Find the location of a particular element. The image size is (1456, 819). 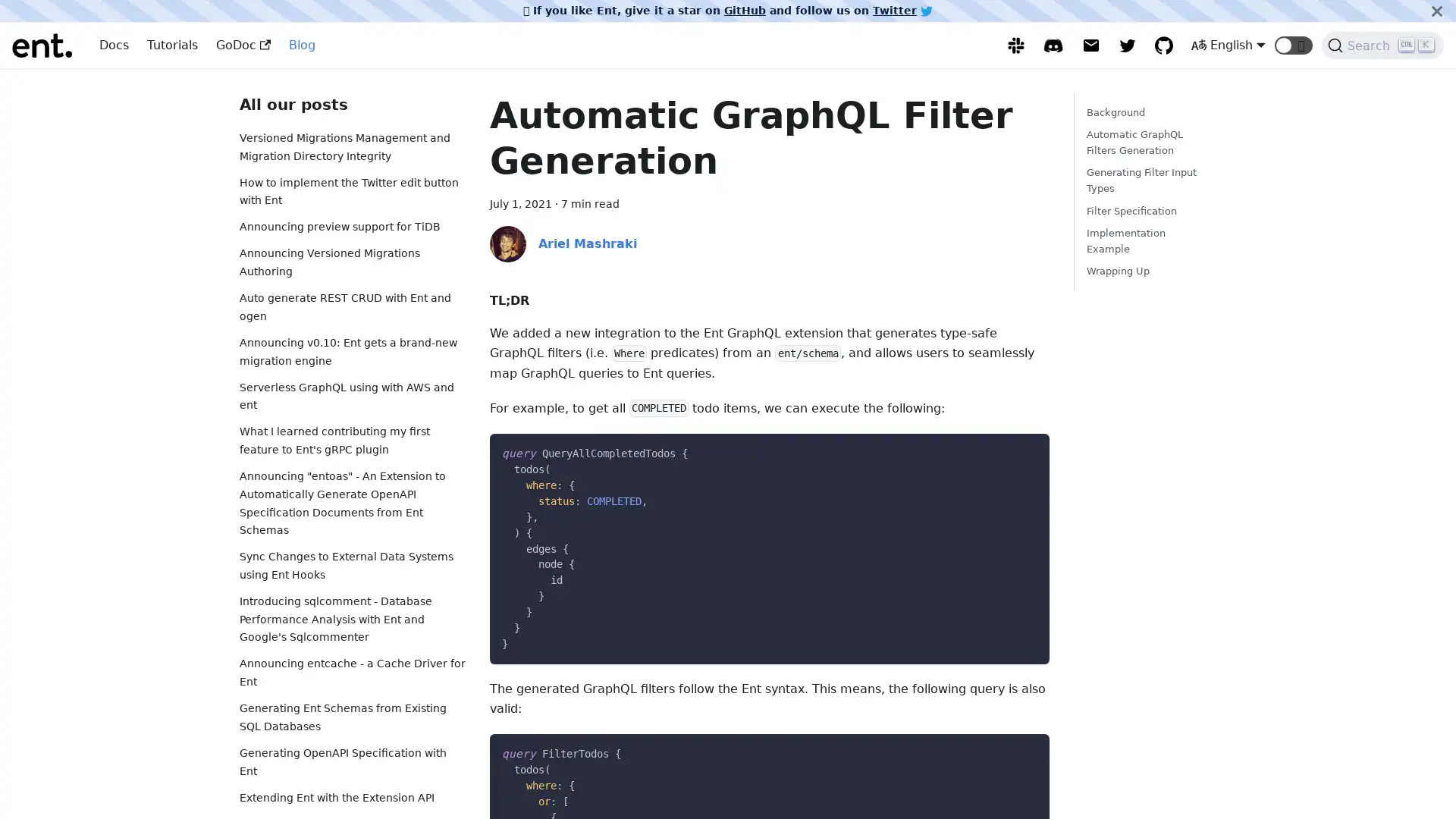

Copy code to clipboard is located at coordinates (1024, 450).